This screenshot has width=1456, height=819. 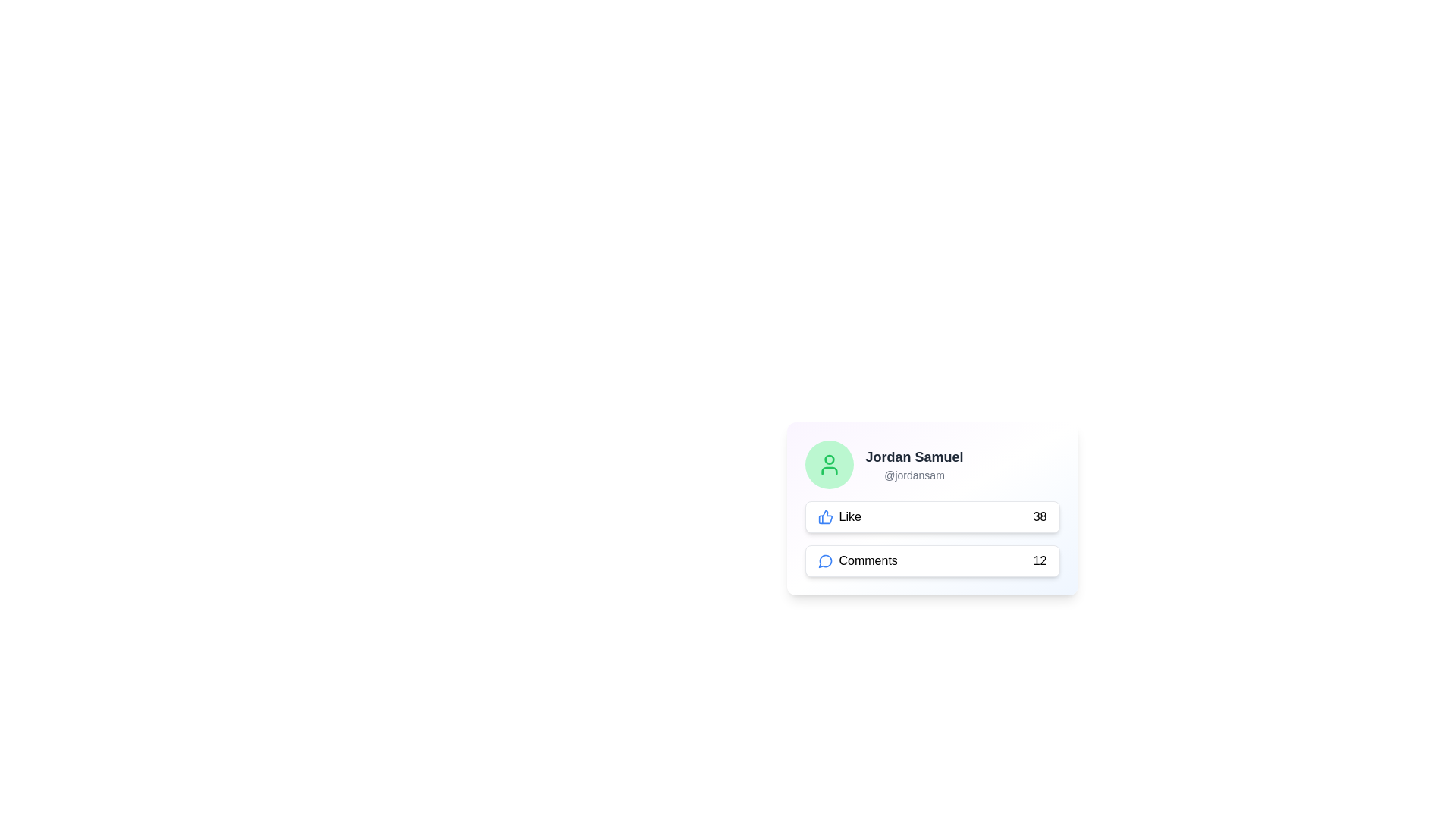 I want to click on the Circular Avatar located to the left of the text 'Jordan Samuel' in the user profile card, so click(x=828, y=464).